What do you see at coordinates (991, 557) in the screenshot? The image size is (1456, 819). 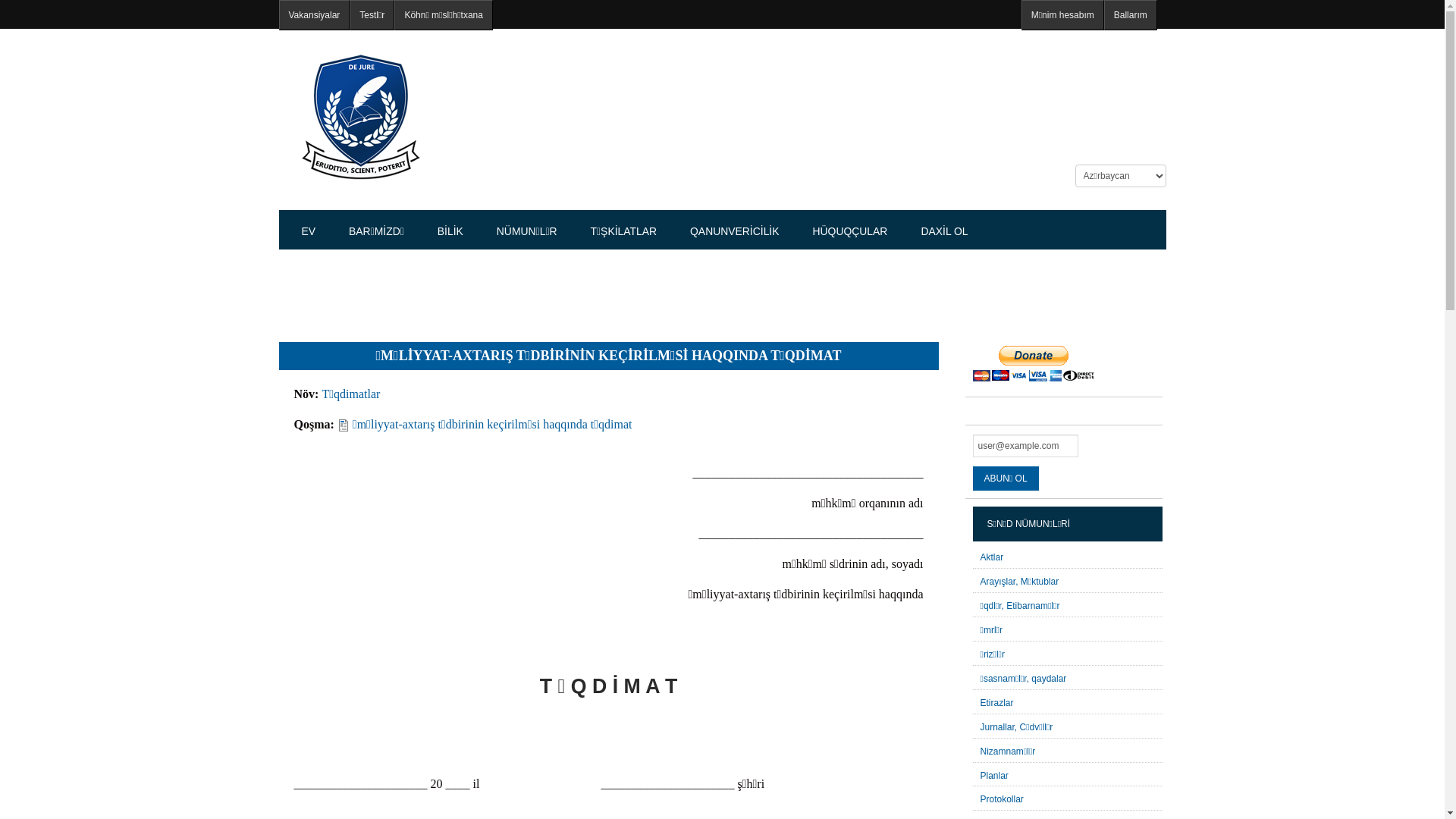 I see `'Aktlar'` at bounding box center [991, 557].